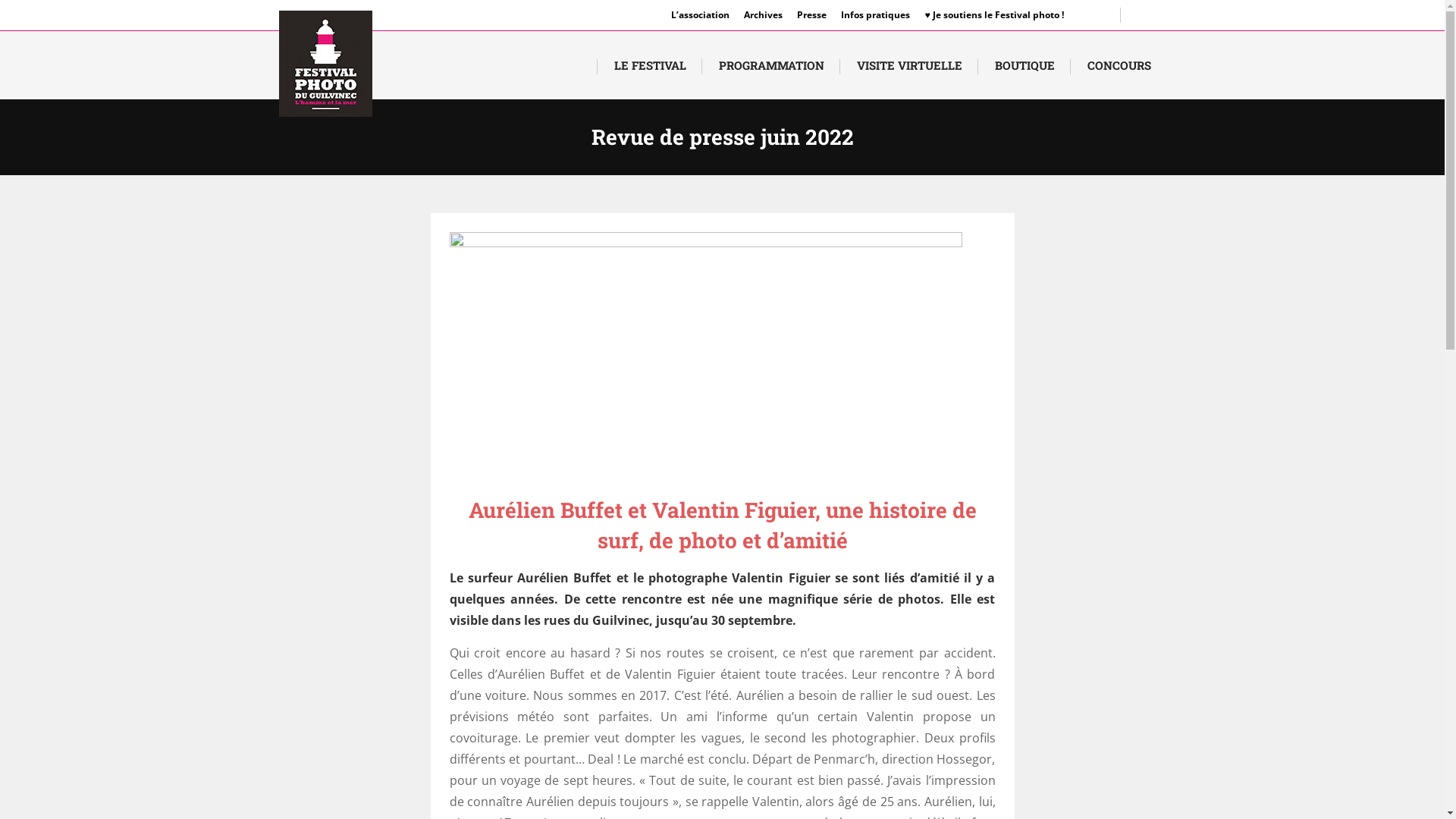 This screenshot has height=819, width=1456. What do you see at coordinates (650, 64) in the screenshot?
I see `'LE FESTIVAL'` at bounding box center [650, 64].